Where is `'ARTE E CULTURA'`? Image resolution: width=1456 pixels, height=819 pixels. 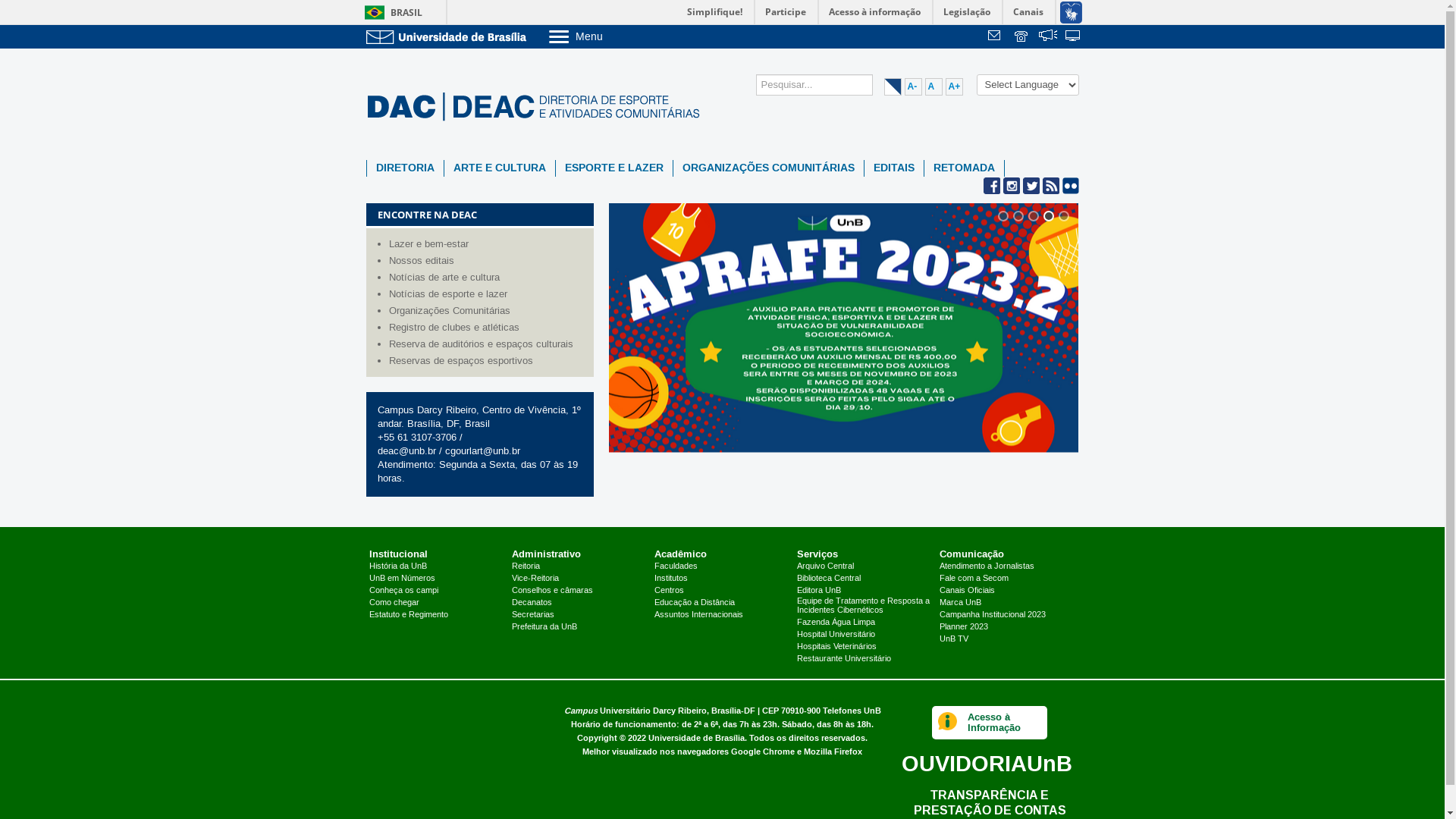 'ARTE E CULTURA' is located at coordinates (499, 168).